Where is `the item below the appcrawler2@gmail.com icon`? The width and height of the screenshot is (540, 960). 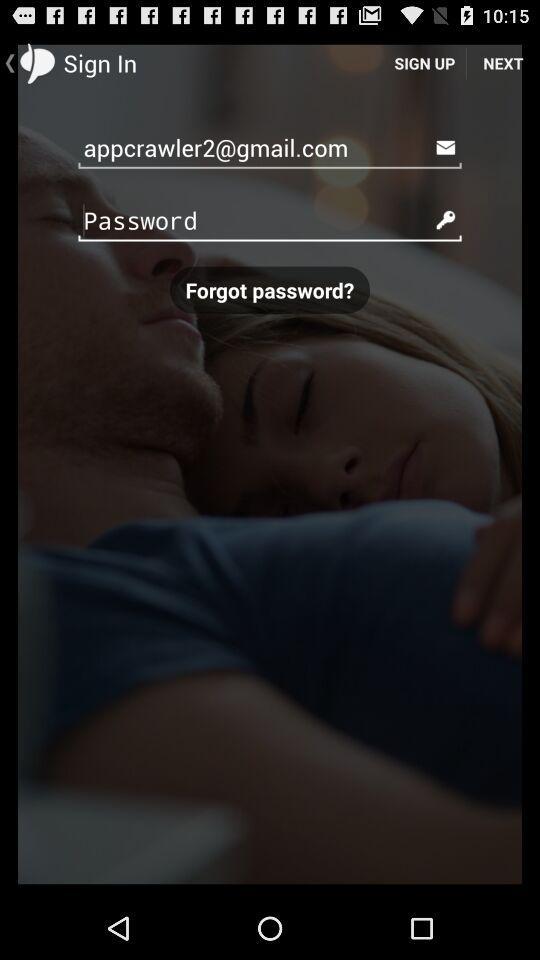
the item below the appcrawler2@gmail.com icon is located at coordinates (270, 219).